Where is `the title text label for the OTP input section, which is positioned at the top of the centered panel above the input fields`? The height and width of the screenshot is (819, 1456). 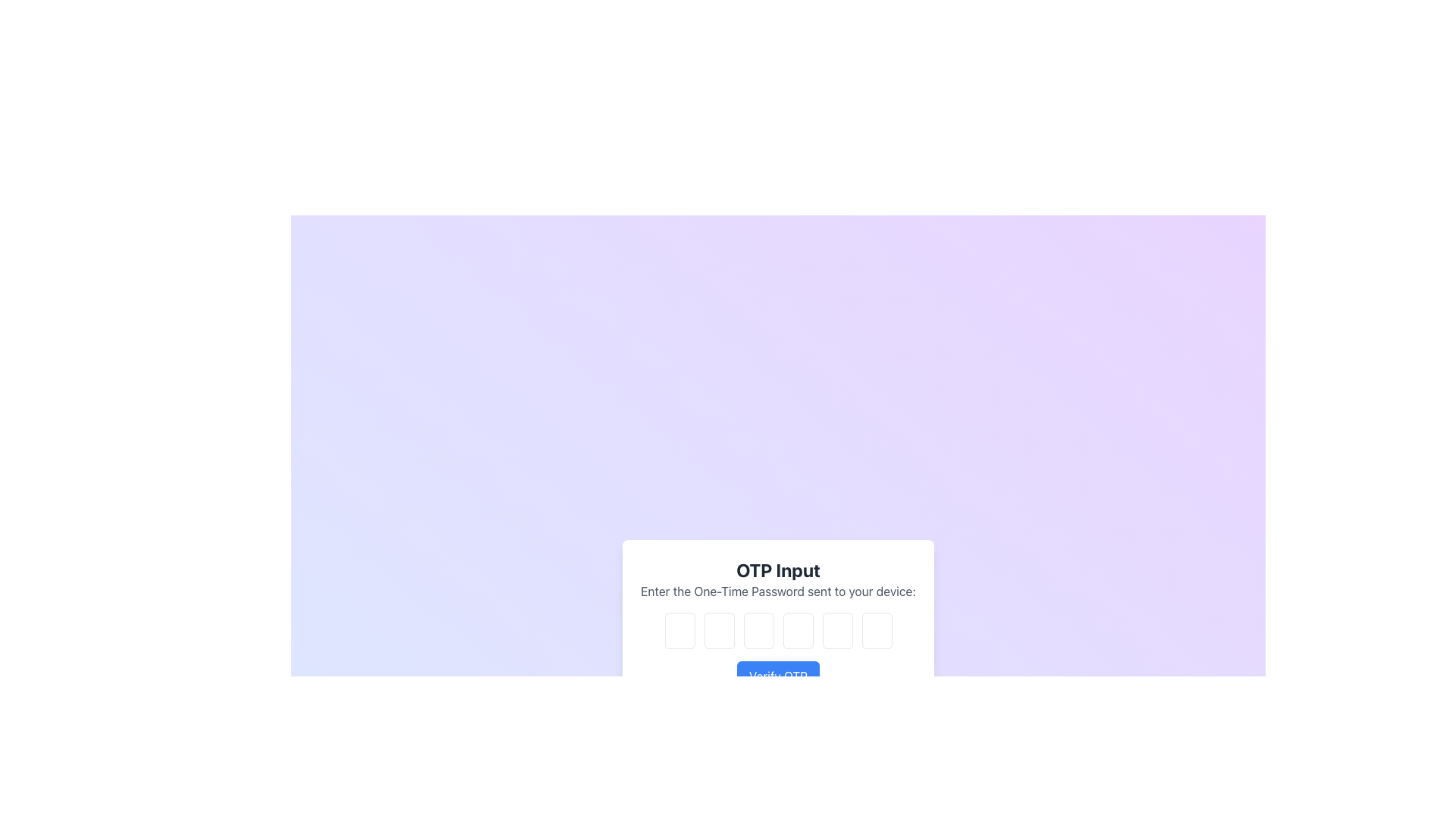
the title text label for the OTP input section, which is positioned at the top of the centered panel above the input fields is located at coordinates (778, 570).